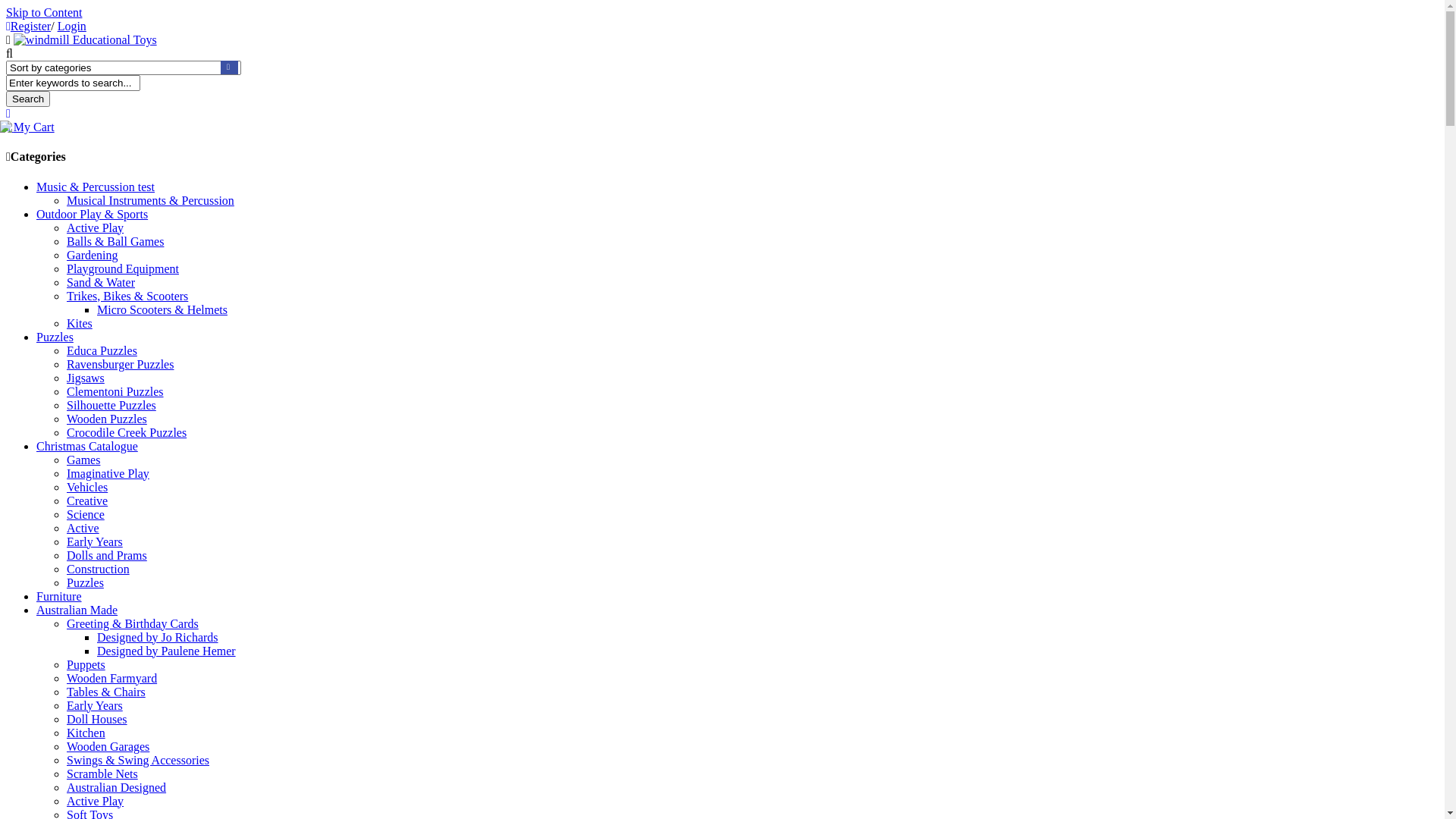  What do you see at coordinates (76, 609) in the screenshot?
I see `'Australian Made'` at bounding box center [76, 609].